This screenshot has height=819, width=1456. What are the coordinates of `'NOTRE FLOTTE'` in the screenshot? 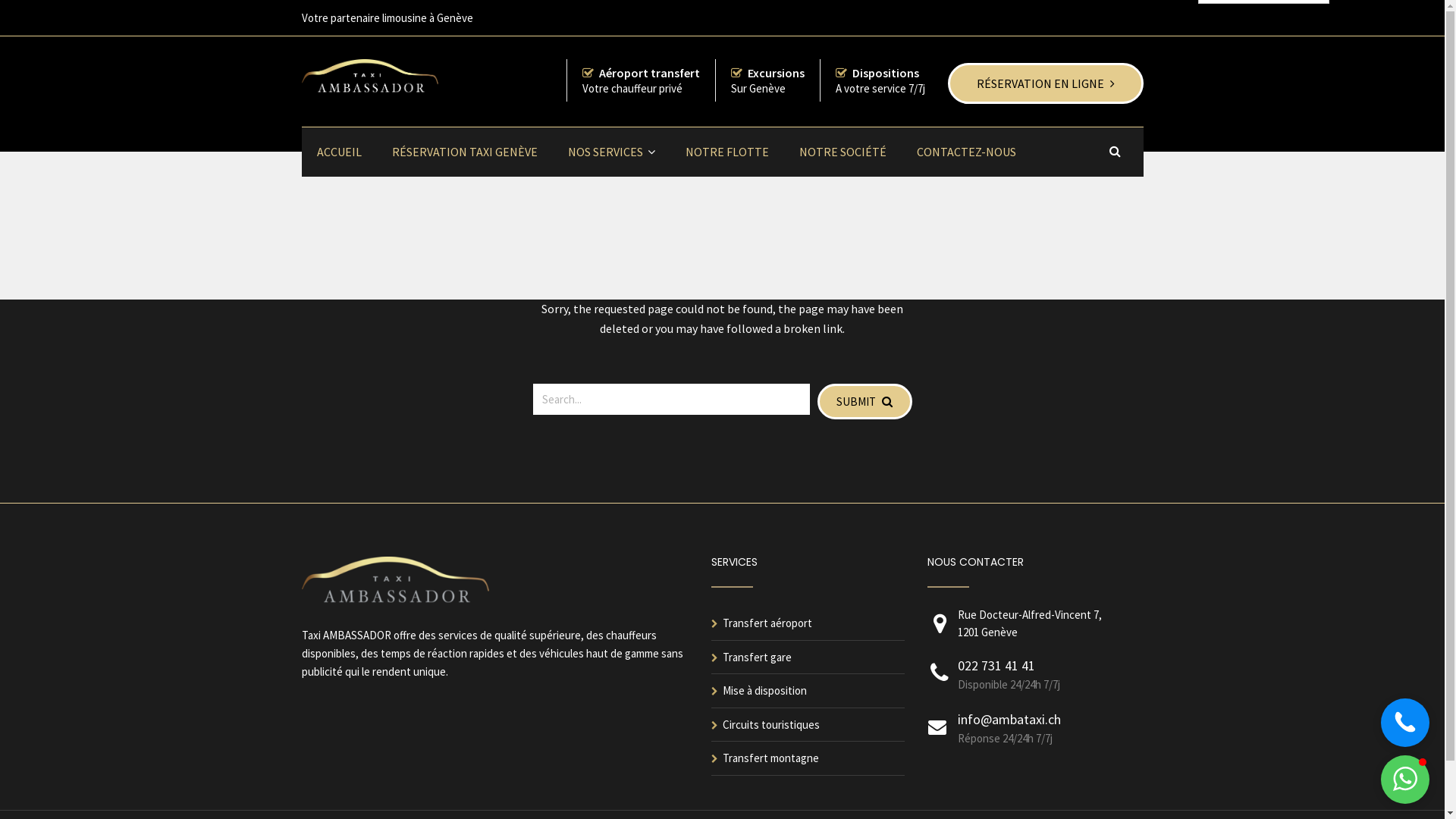 It's located at (669, 152).